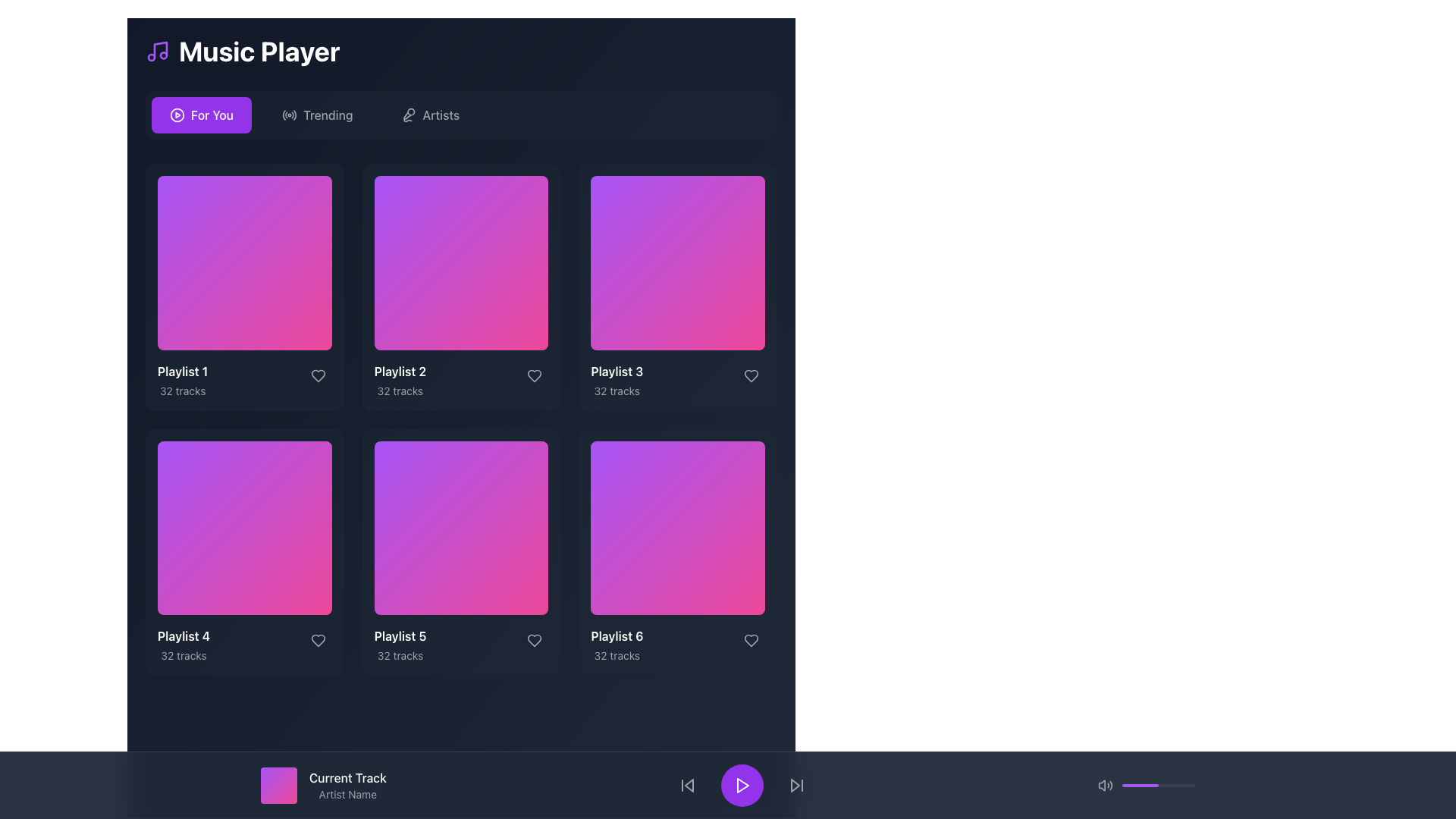  I want to click on the 'Trending' button located in the horizontal navigation menu, which is positioned between the 'For You' and 'Artists' buttons, so click(316, 114).